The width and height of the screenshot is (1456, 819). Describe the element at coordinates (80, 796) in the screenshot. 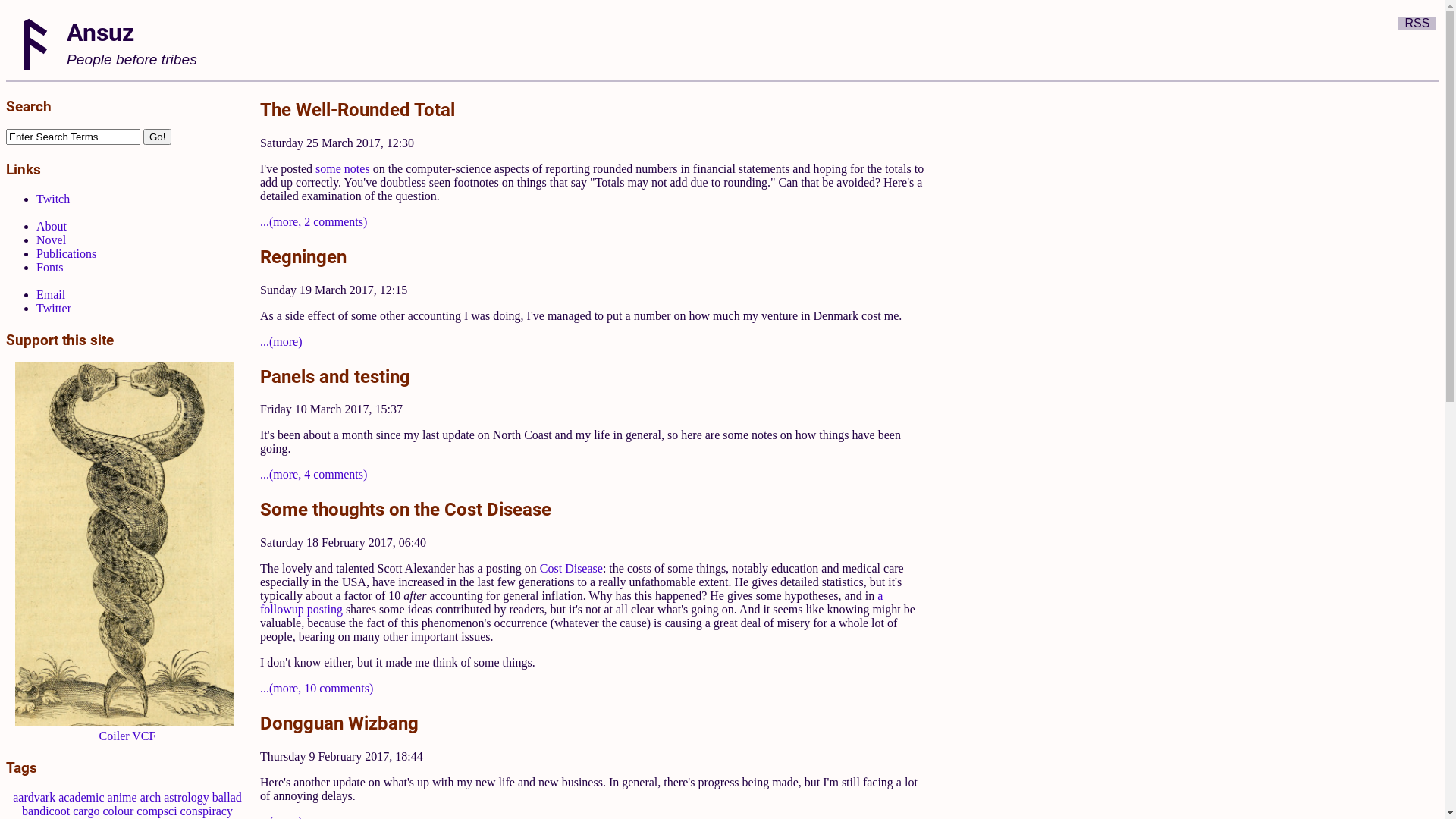

I see `'academic'` at that location.